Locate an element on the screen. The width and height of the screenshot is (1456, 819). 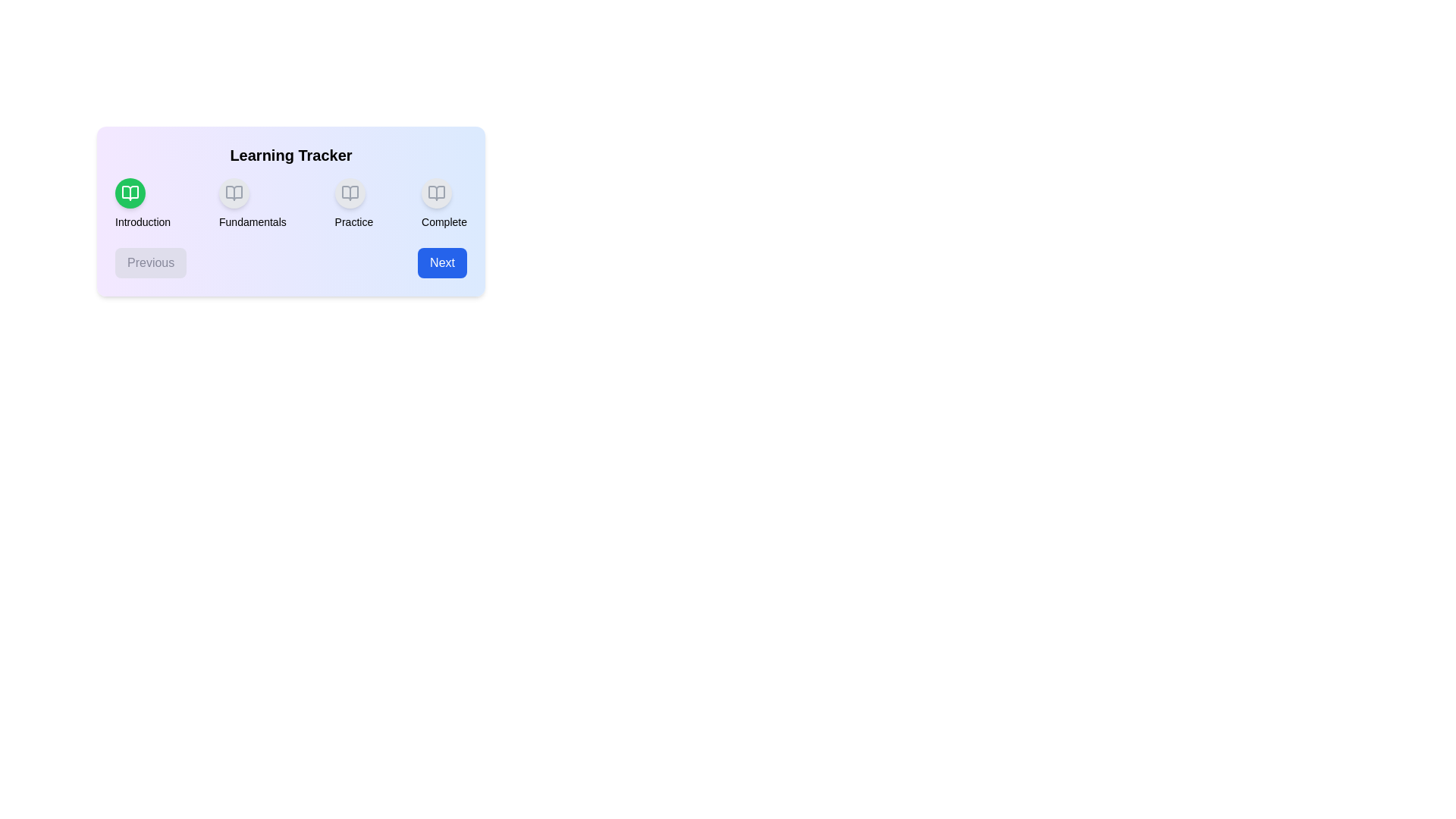
the SVG icon representing an open book, which is the second icon from the left in a horizontal menu layout is located at coordinates (234, 192).